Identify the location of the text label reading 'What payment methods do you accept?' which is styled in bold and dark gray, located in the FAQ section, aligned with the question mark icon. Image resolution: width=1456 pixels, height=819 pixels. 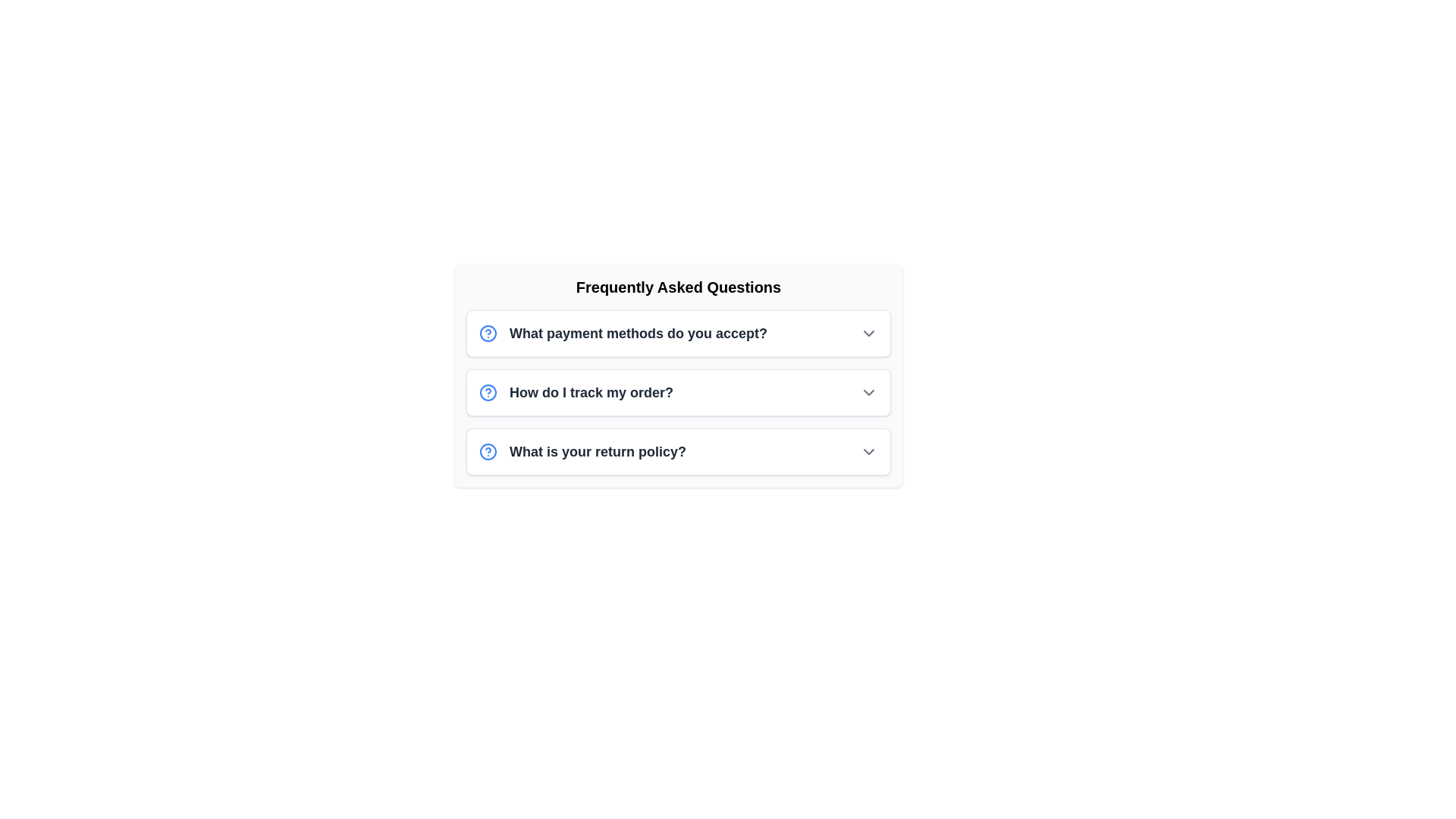
(639, 332).